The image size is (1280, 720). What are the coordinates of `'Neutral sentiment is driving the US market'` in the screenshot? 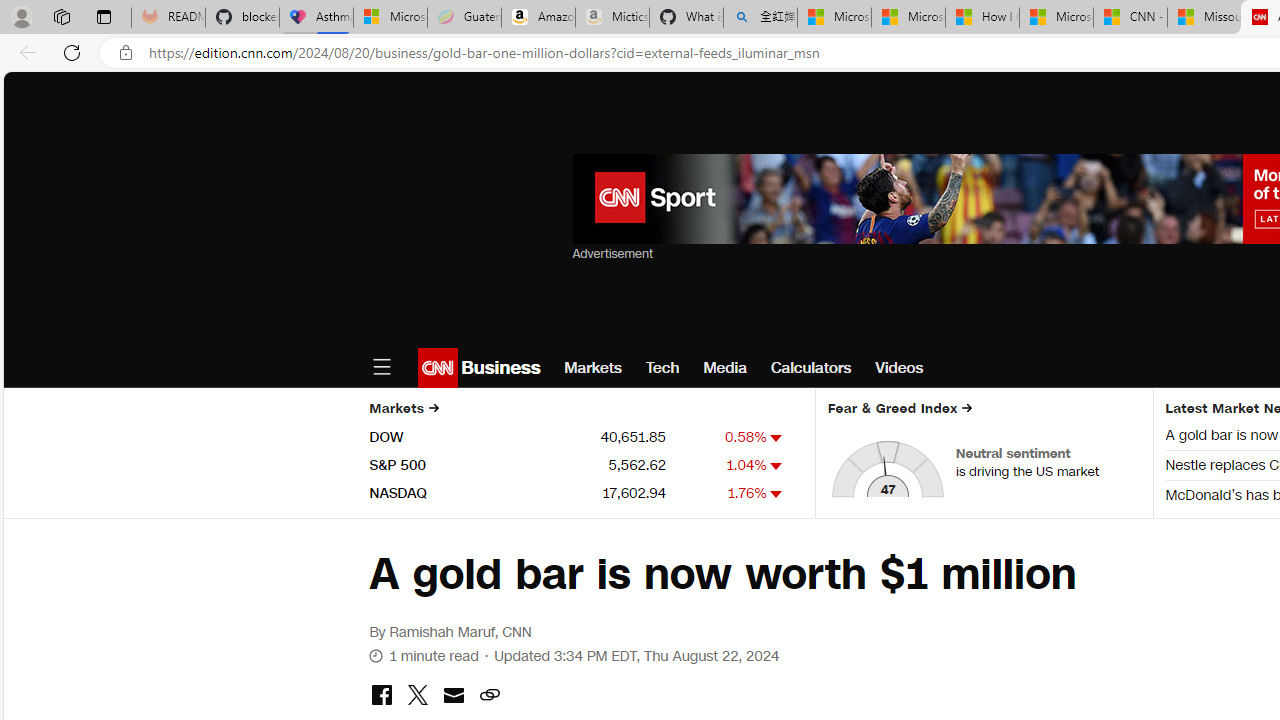 It's located at (1047, 462).